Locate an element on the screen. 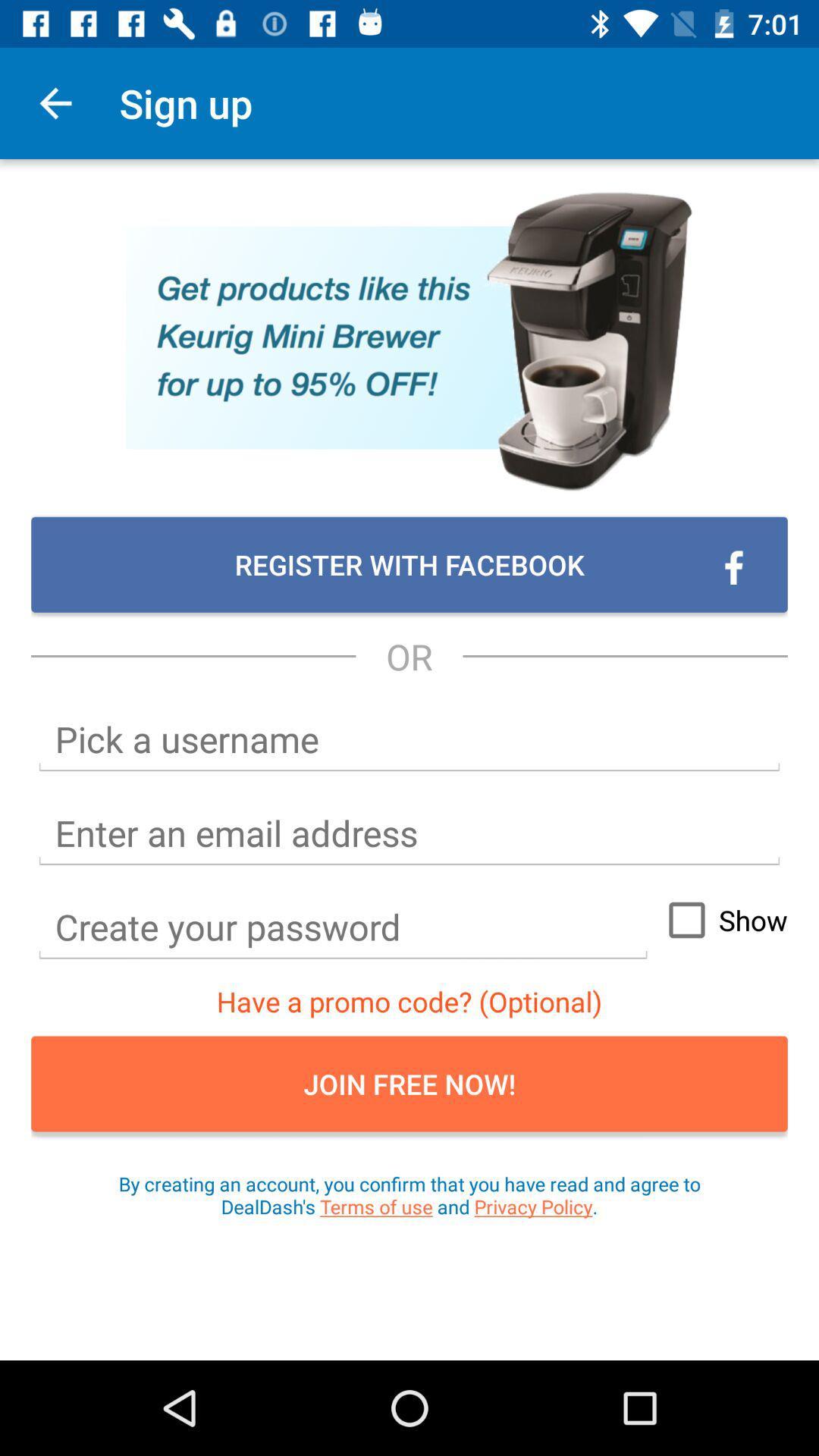 The width and height of the screenshot is (819, 1456). text box is located at coordinates (409, 833).